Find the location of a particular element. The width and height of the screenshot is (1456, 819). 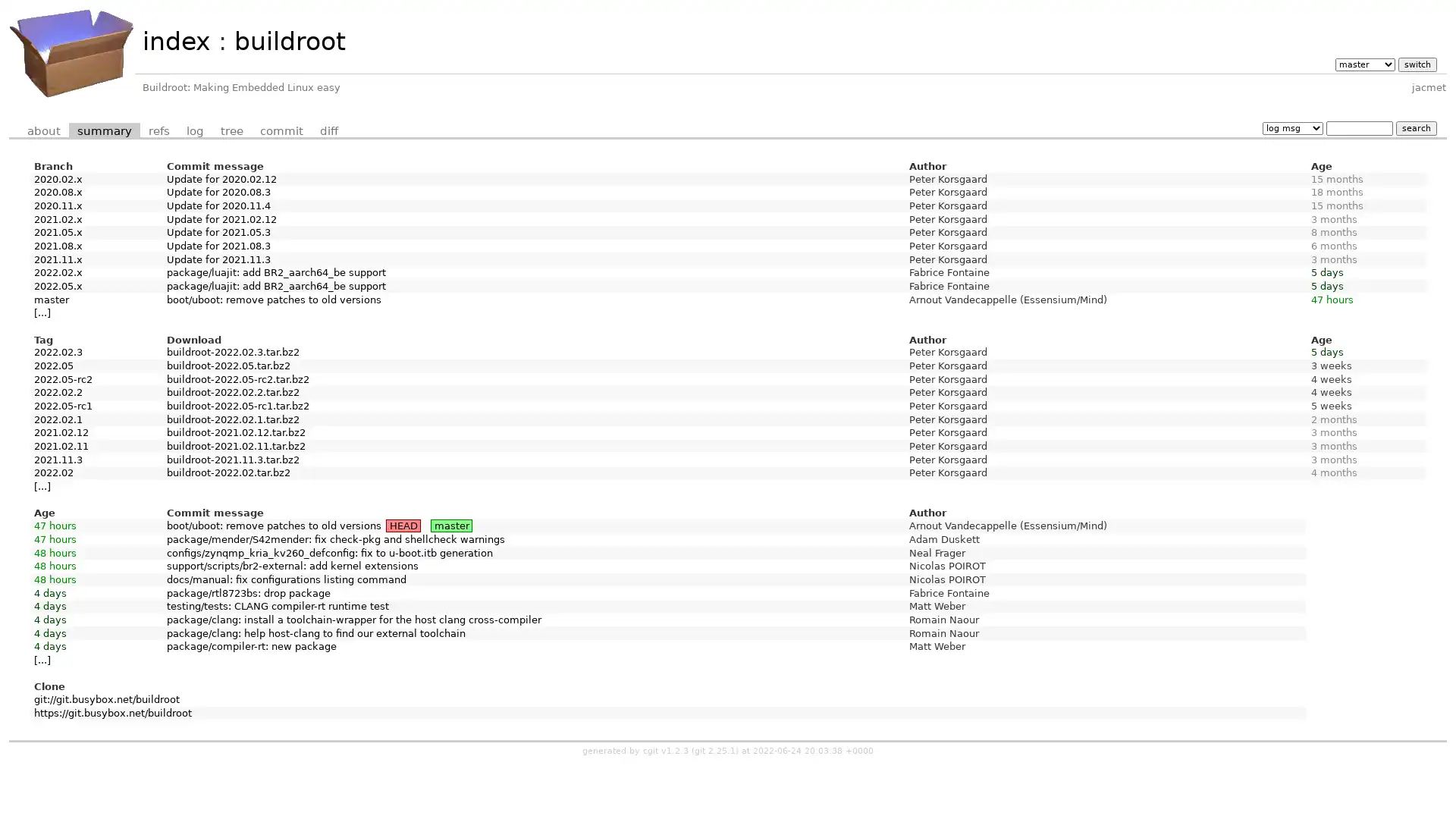

search is located at coordinates (1415, 127).